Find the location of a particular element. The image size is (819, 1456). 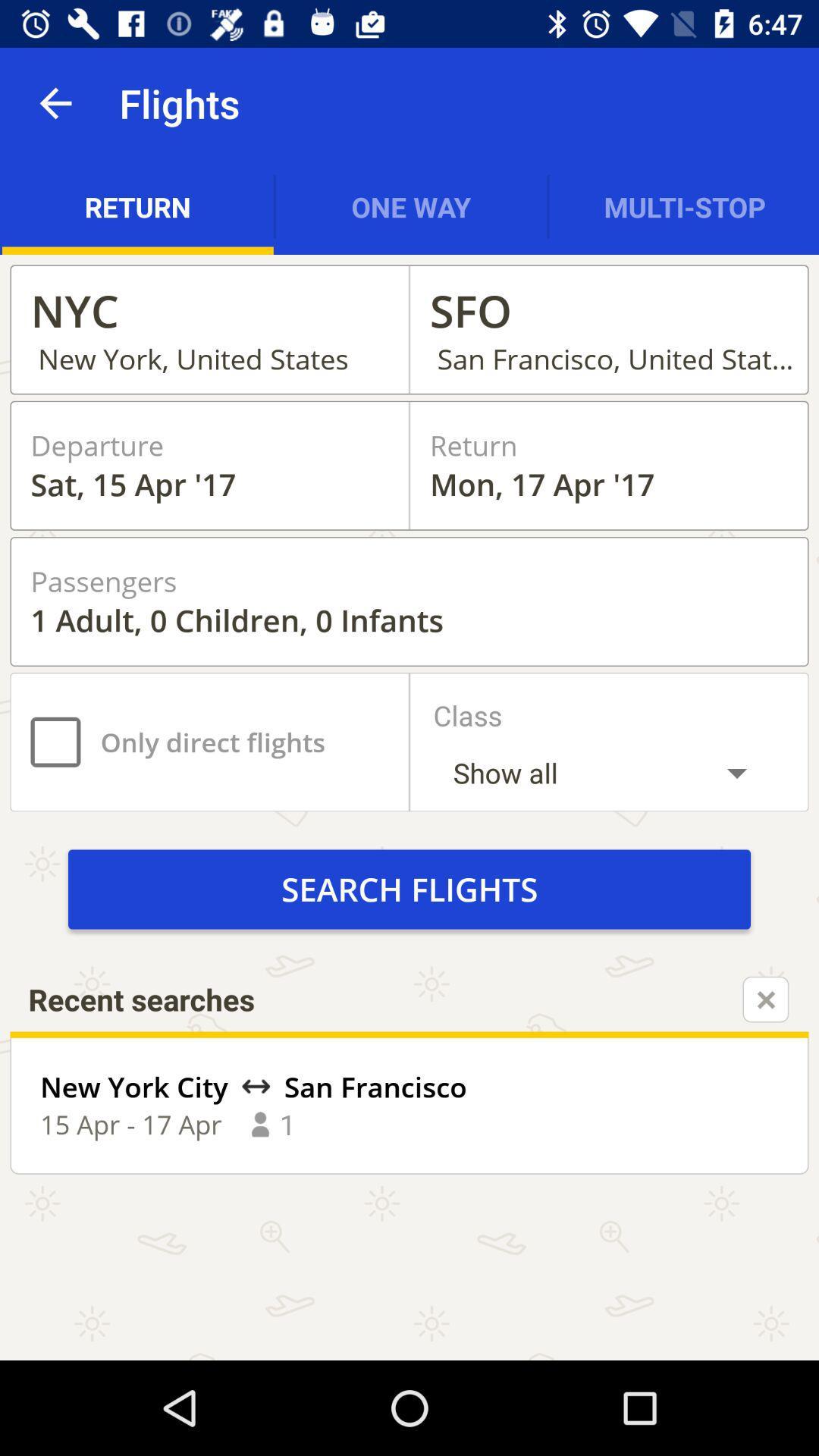

recent searches is located at coordinates (765, 999).